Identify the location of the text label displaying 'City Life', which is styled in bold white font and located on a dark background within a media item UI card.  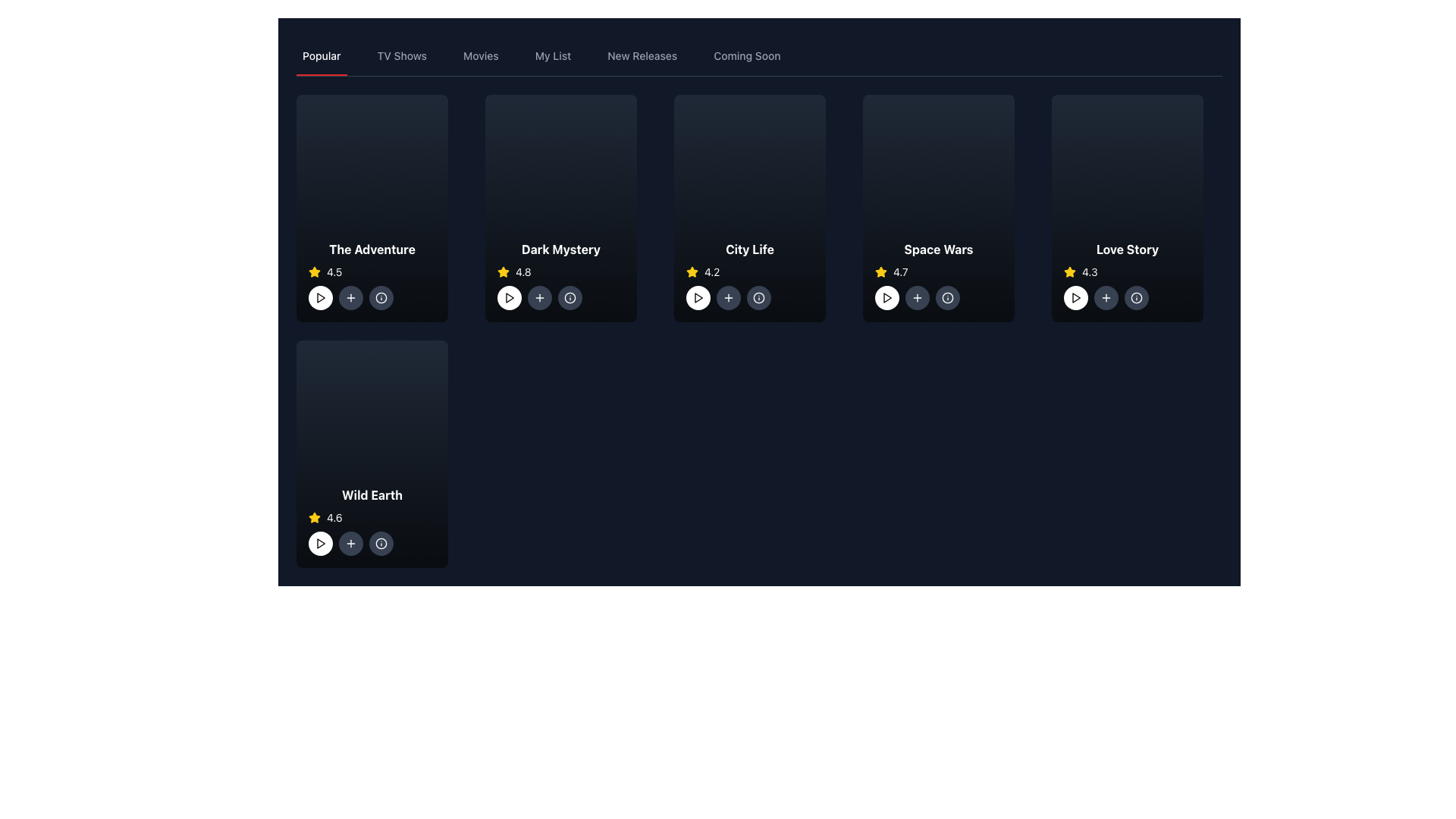
(749, 248).